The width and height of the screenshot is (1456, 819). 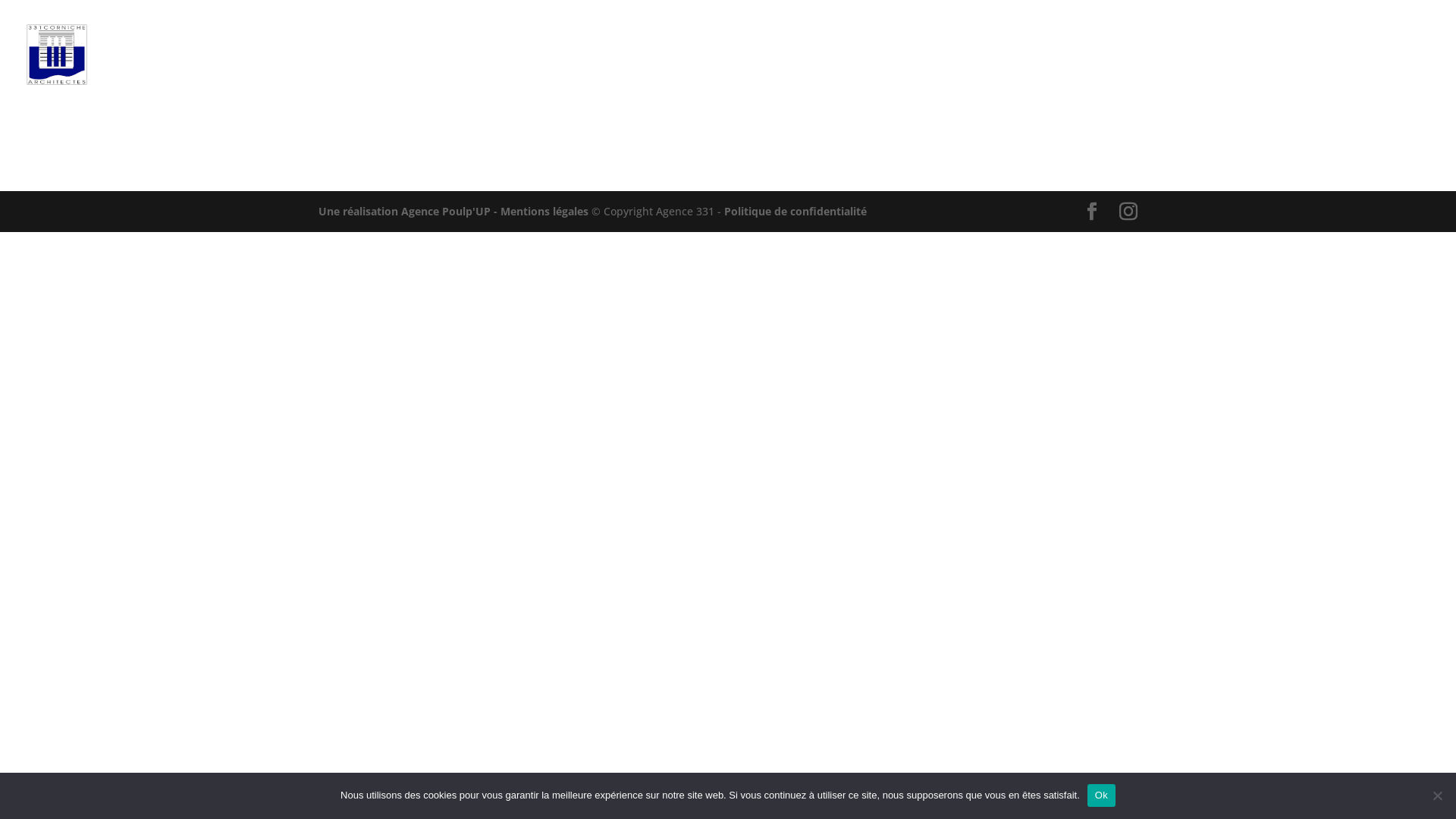 What do you see at coordinates (1101, 795) in the screenshot?
I see `'Ok'` at bounding box center [1101, 795].